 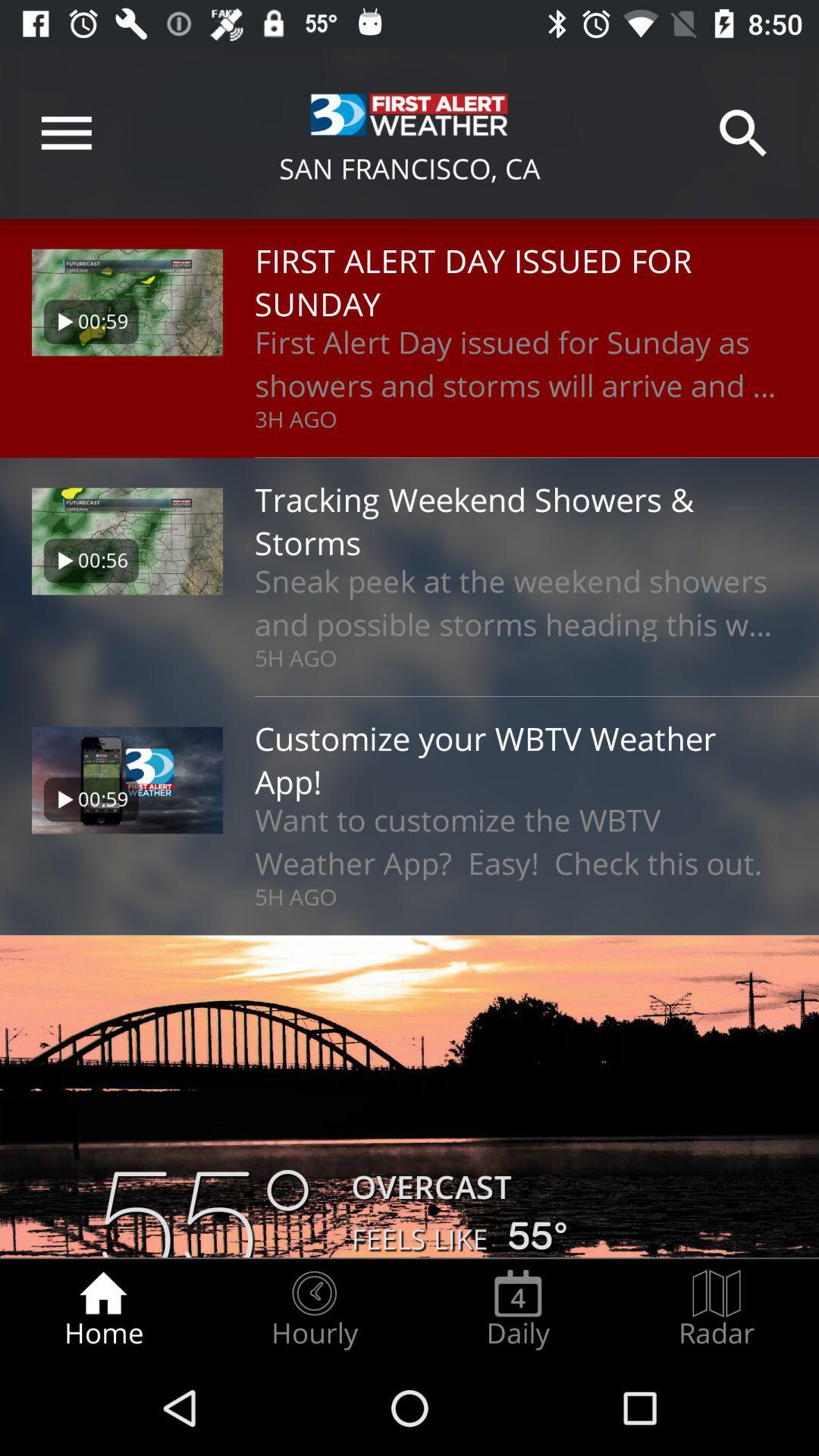 I want to click on daily radio button, so click(x=517, y=1309).